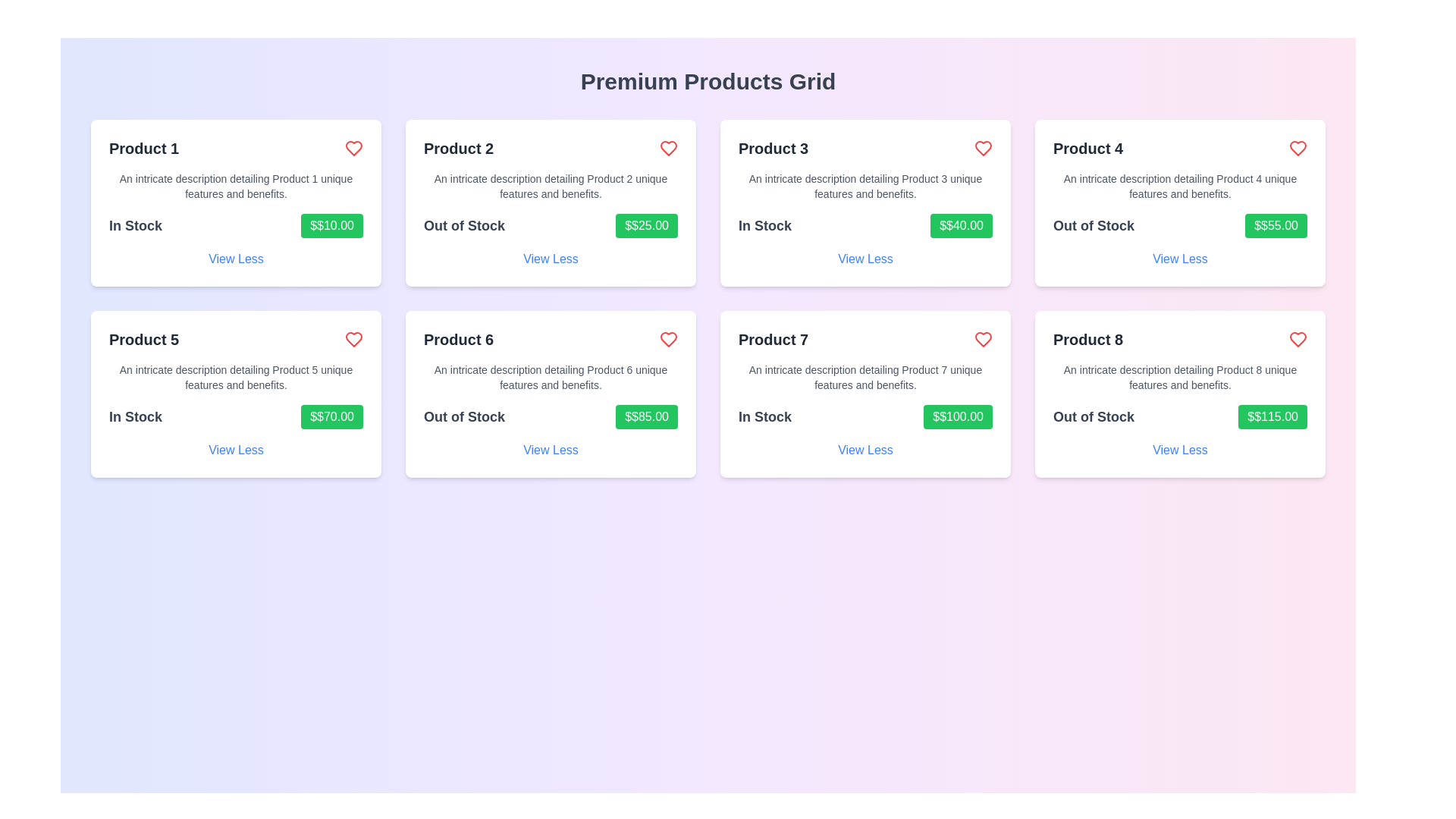 This screenshot has height=819, width=1456. Describe the element at coordinates (1094, 225) in the screenshot. I see `the 'Out of Stock' text label displayed in bold dark gray on a light background, located in the fourth product card labeled 'Product 4', positioned above the price label ($55.00) and below the brief description` at that location.